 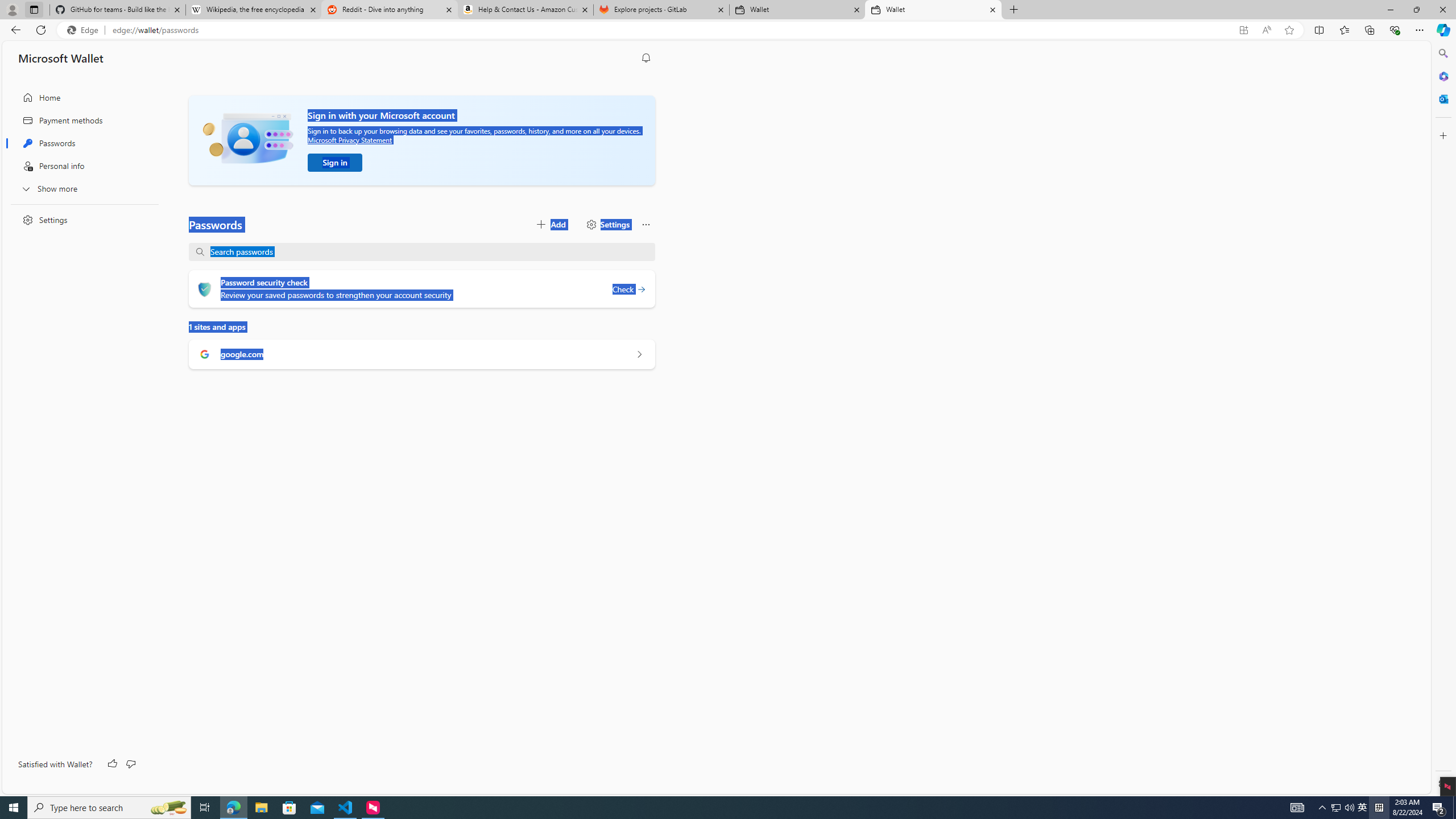 I want to click on 'Sign in', so click(x=334, y=163).